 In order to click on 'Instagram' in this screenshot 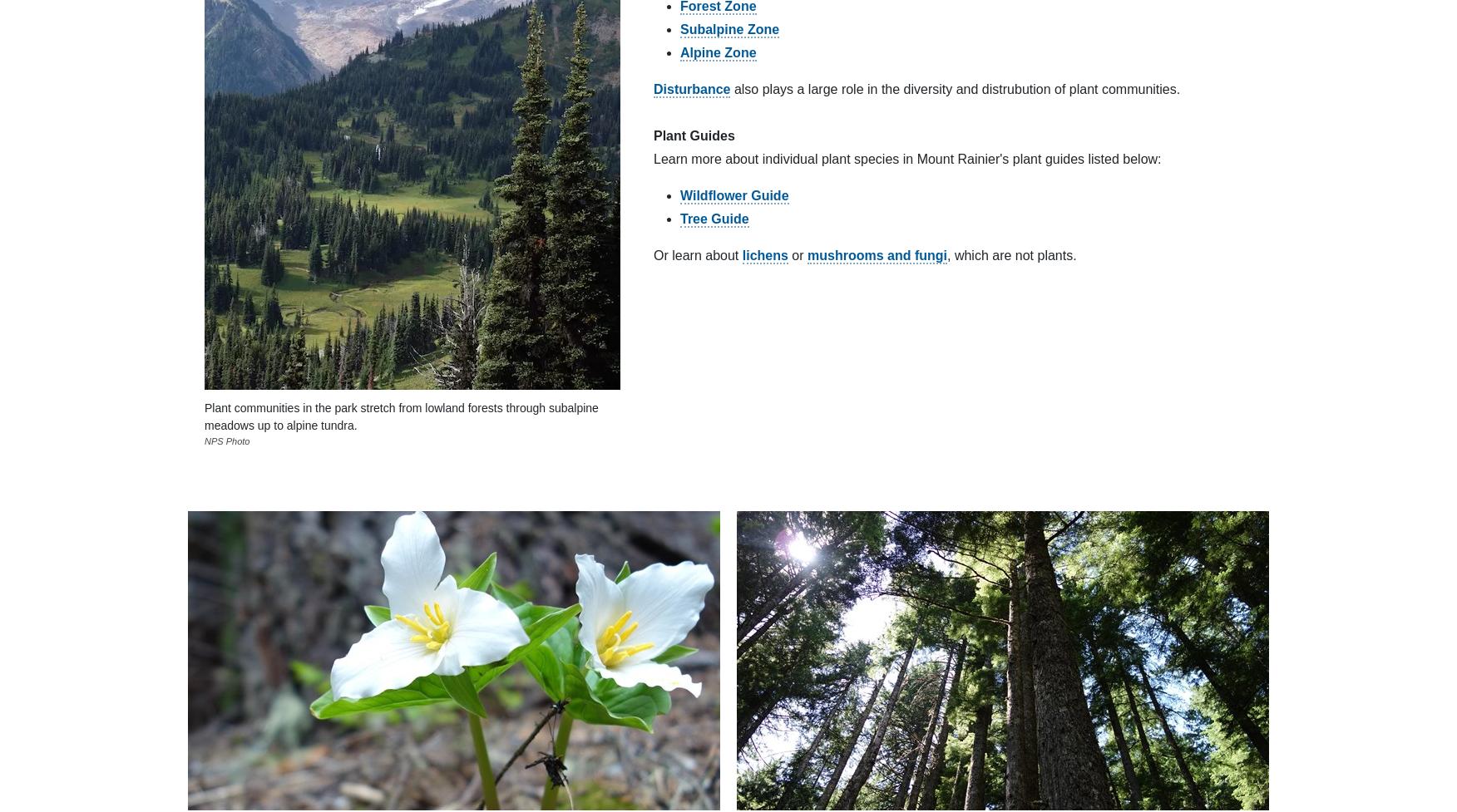, I will do `click(1059, 406)`.